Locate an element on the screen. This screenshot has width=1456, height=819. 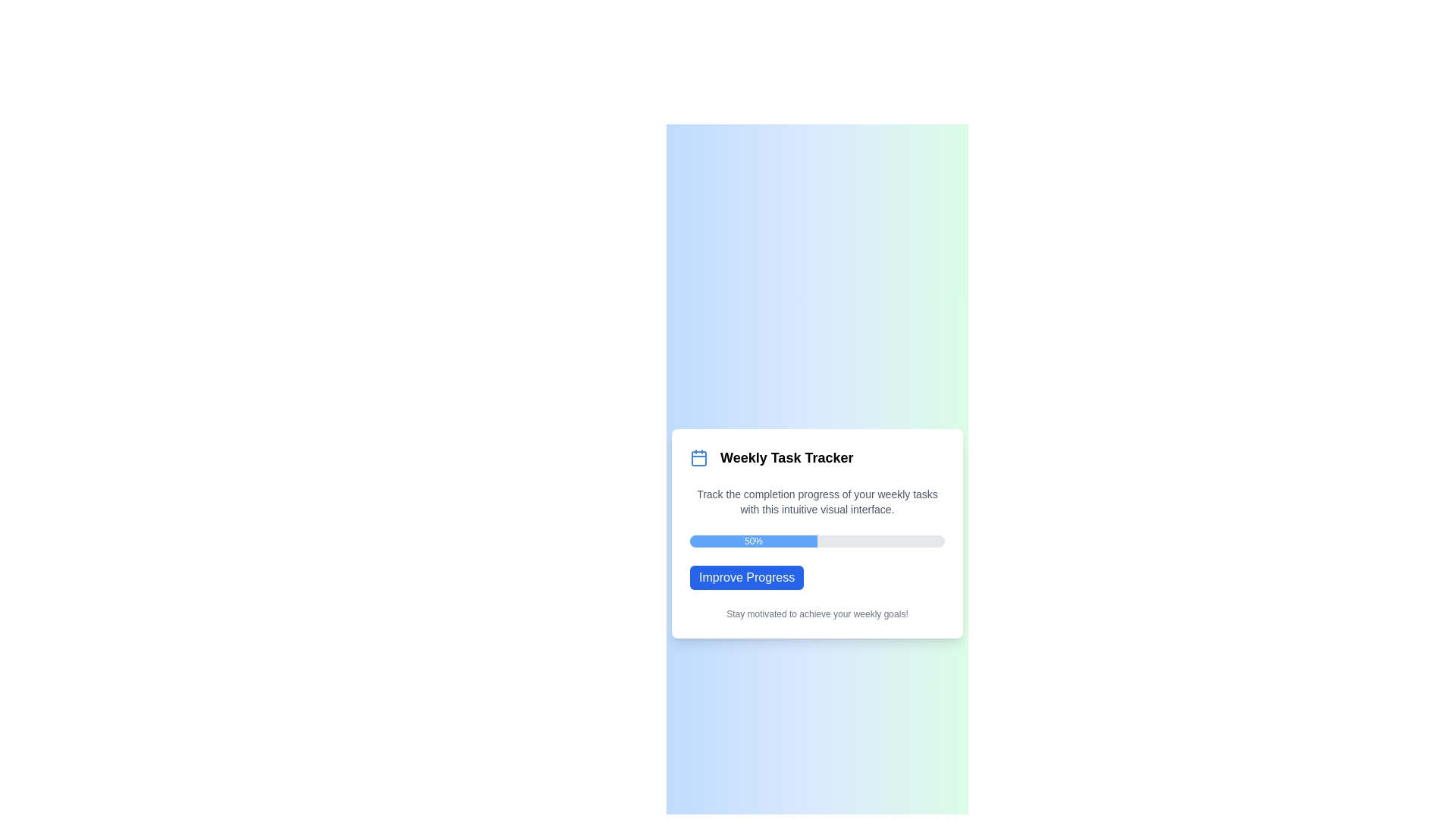
the informational text block located beneath the title of 'Weekly Task Tracker', which serves to provide context regarding the functionality of the tracker is located at coordinates (817, 502).